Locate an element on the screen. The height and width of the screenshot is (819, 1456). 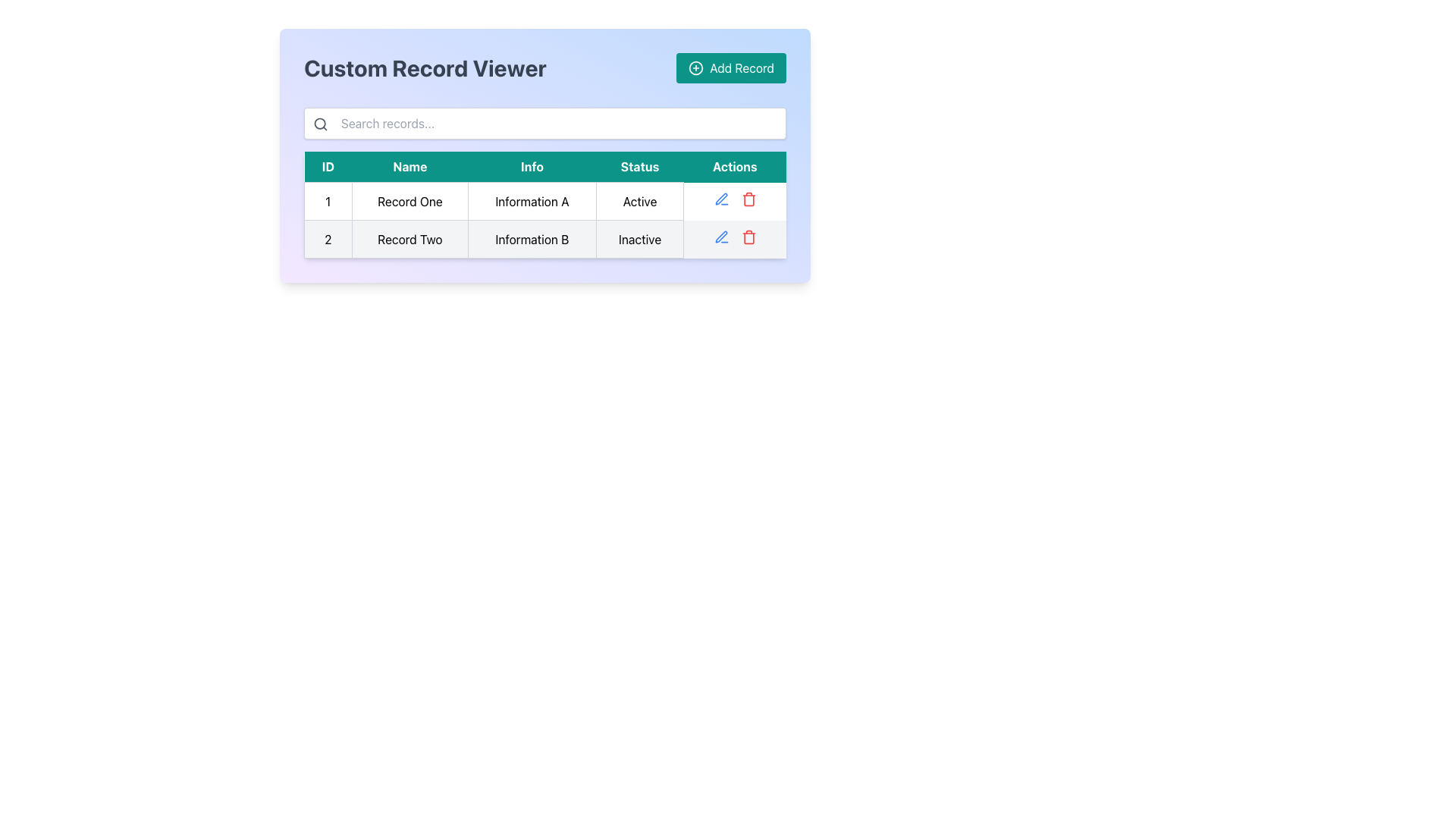
the interactive trash can icon located in the last column of the second row of the data table for the 'Record Two' entry to trigger the hover effect is located at coordinates (748, 237).